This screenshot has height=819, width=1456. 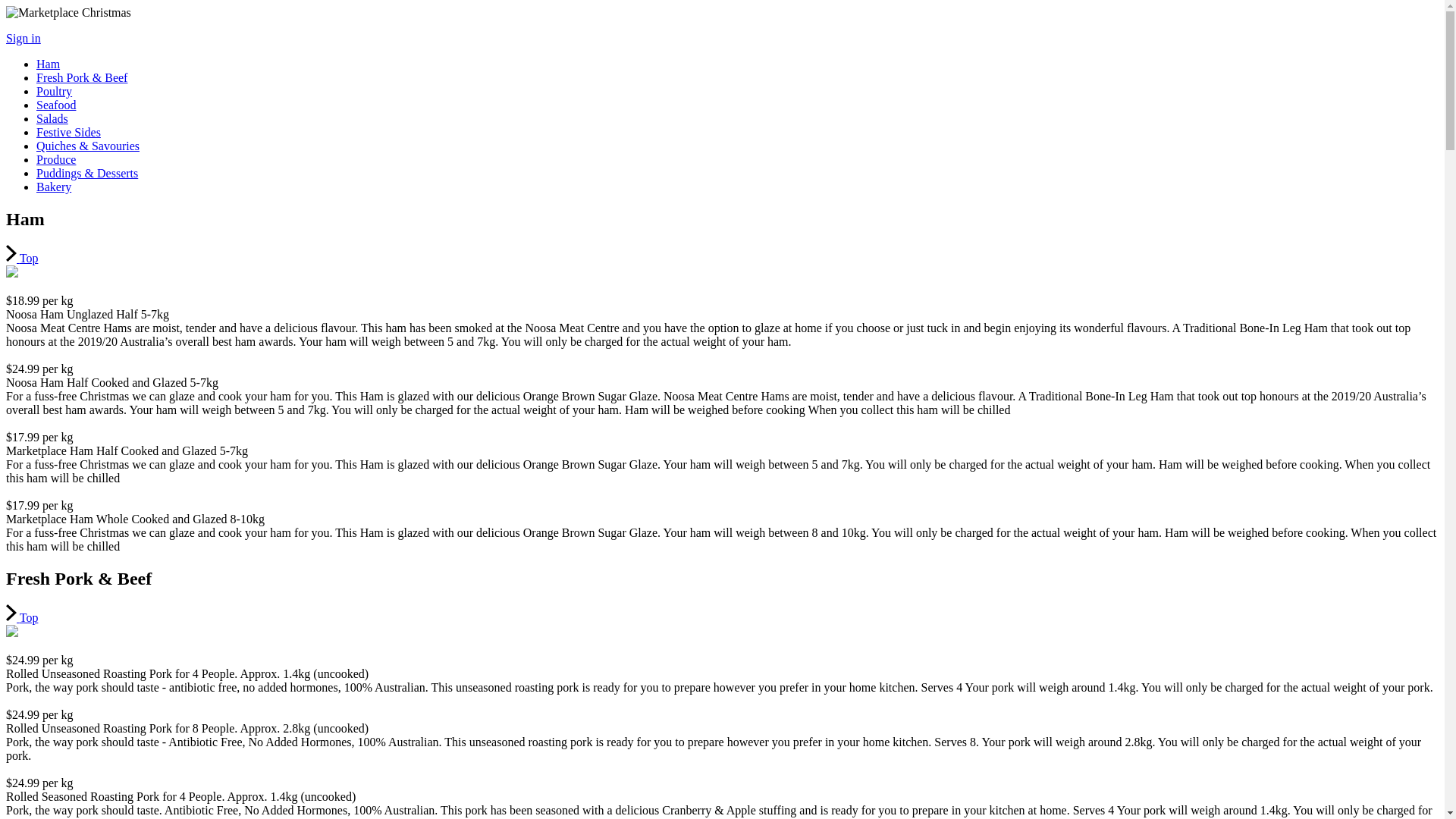 What do you see at coordinates (36, 104) in the screenshot?
I see `'Seafood'` at bounding box center [36, 104].